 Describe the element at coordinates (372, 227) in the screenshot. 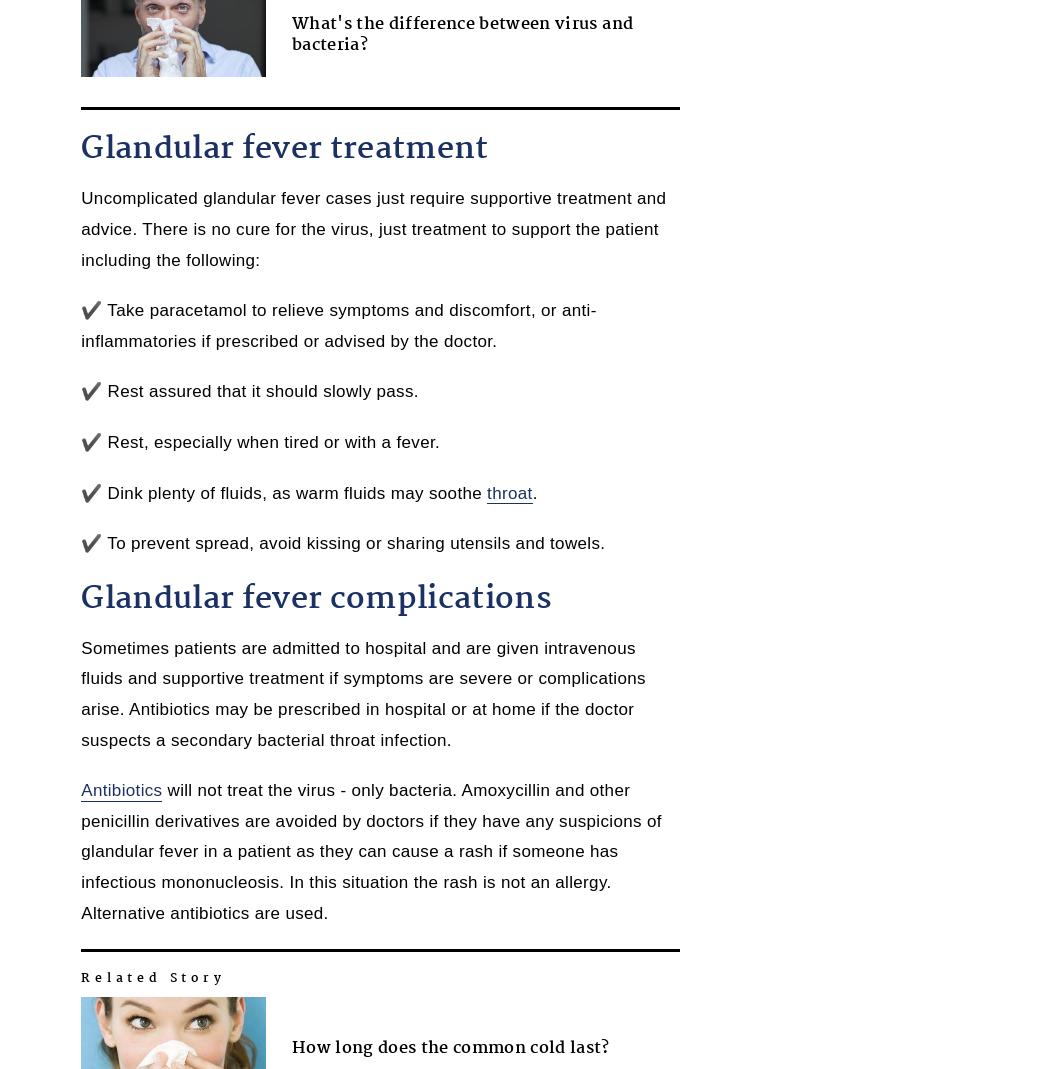

I see `'Uncomplicated glandular fever cases just require supportive treatment and advice. There is no cure for the virus, just treatment to support the patient including the following:'` at that location.